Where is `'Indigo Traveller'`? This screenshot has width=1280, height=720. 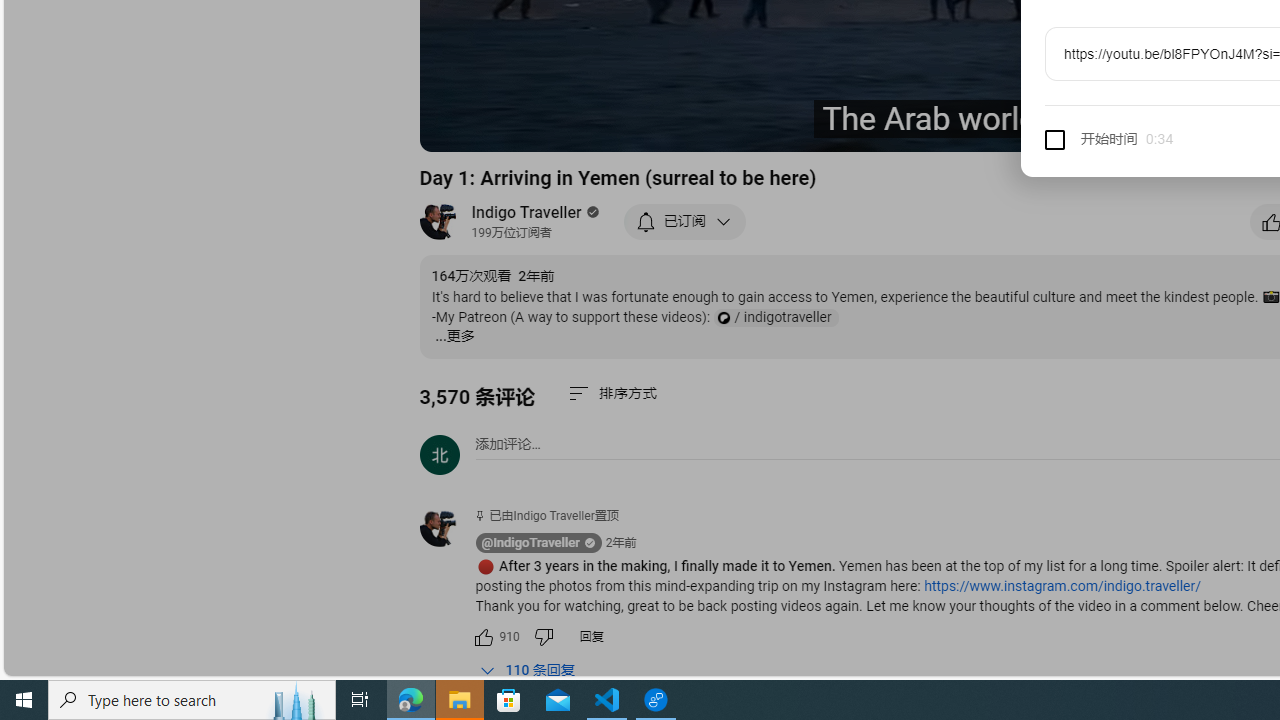 'Indigo Traveller' is located at coordinates (527, 212).